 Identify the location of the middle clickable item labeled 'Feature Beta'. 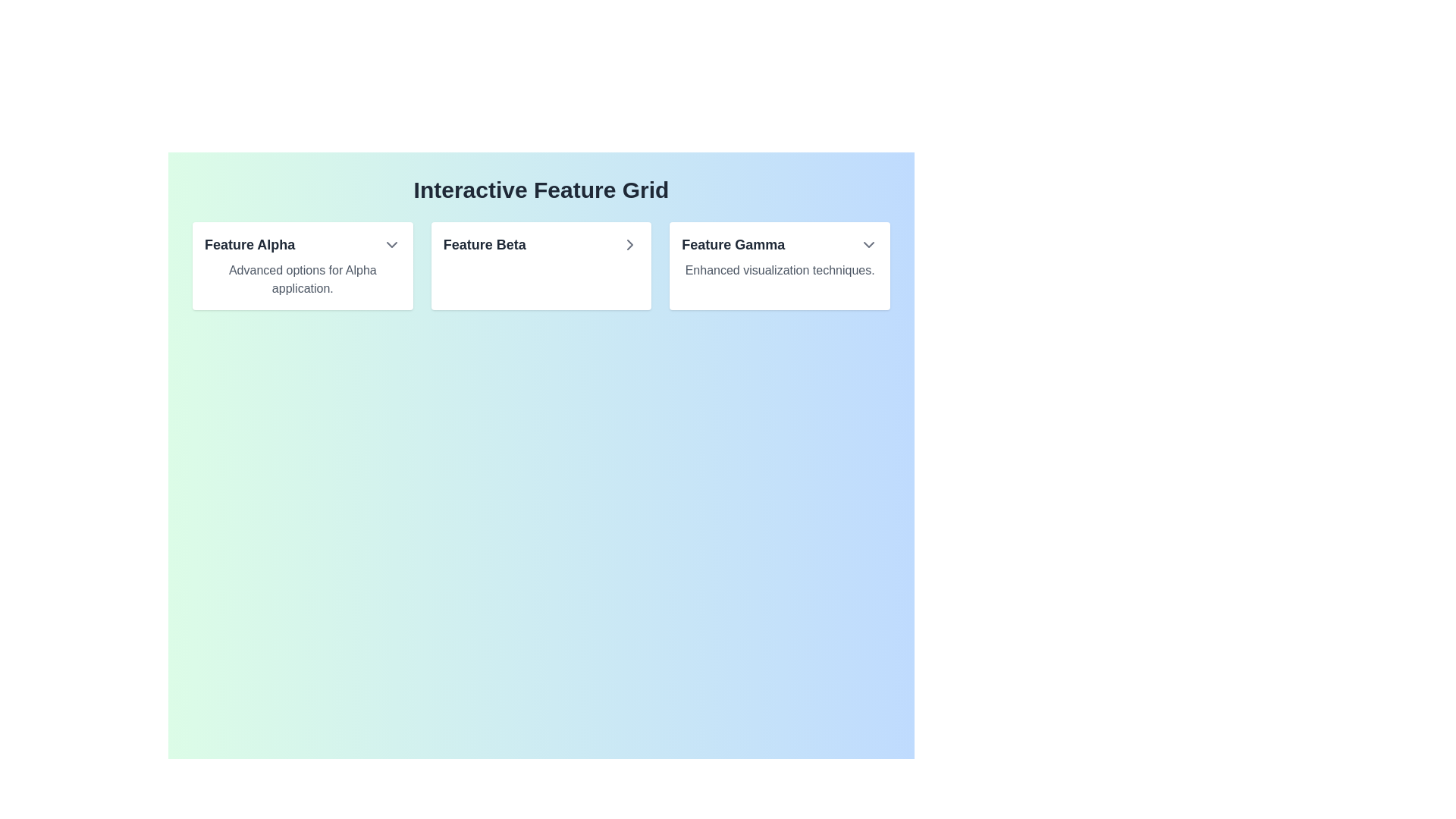
(541, 244).